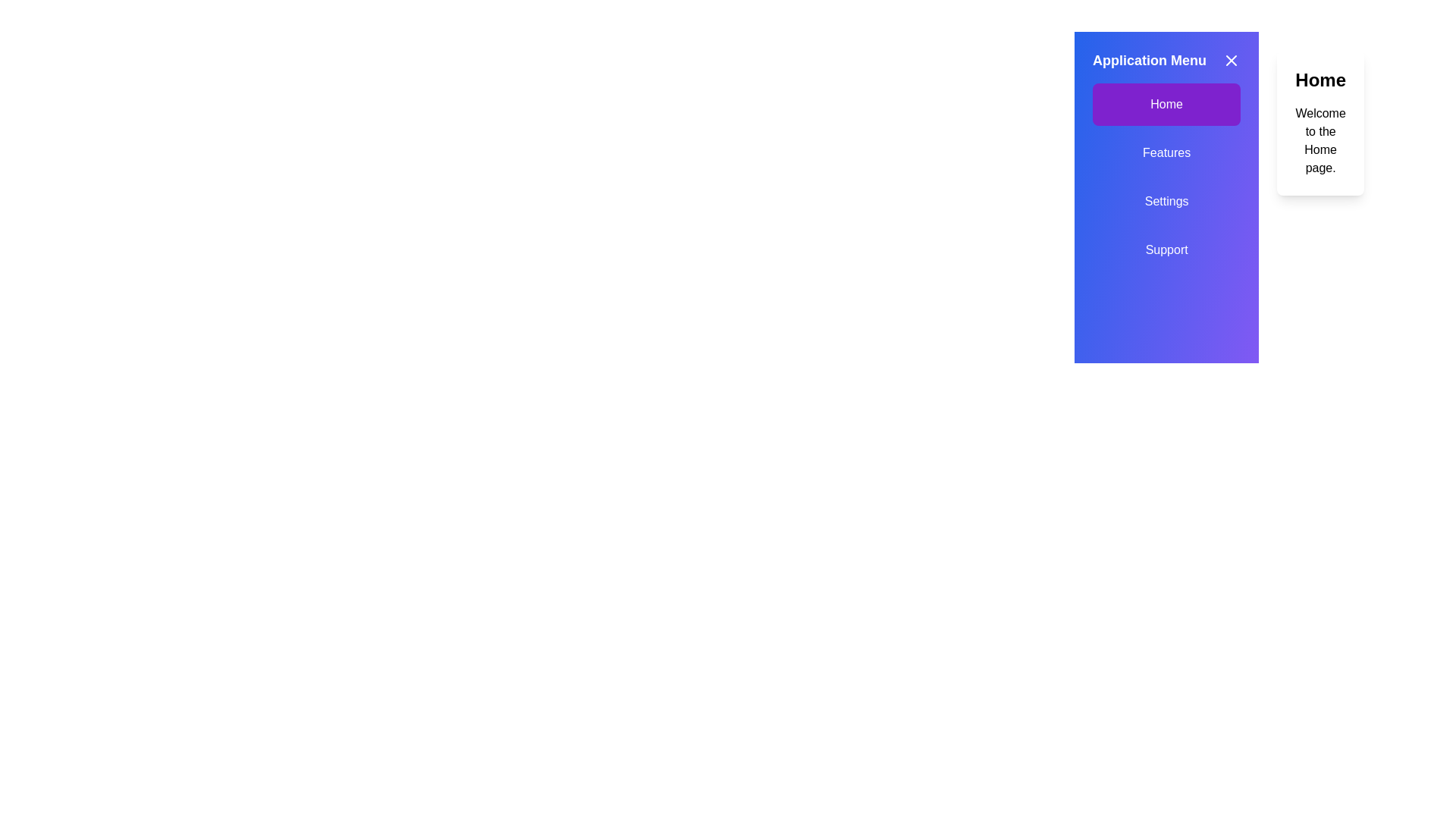 The image size is (1456, 819). Describe the element at coordinates (1232, 60) in the screenshot. I see `the close button to toggle the drawer closed` at that location.